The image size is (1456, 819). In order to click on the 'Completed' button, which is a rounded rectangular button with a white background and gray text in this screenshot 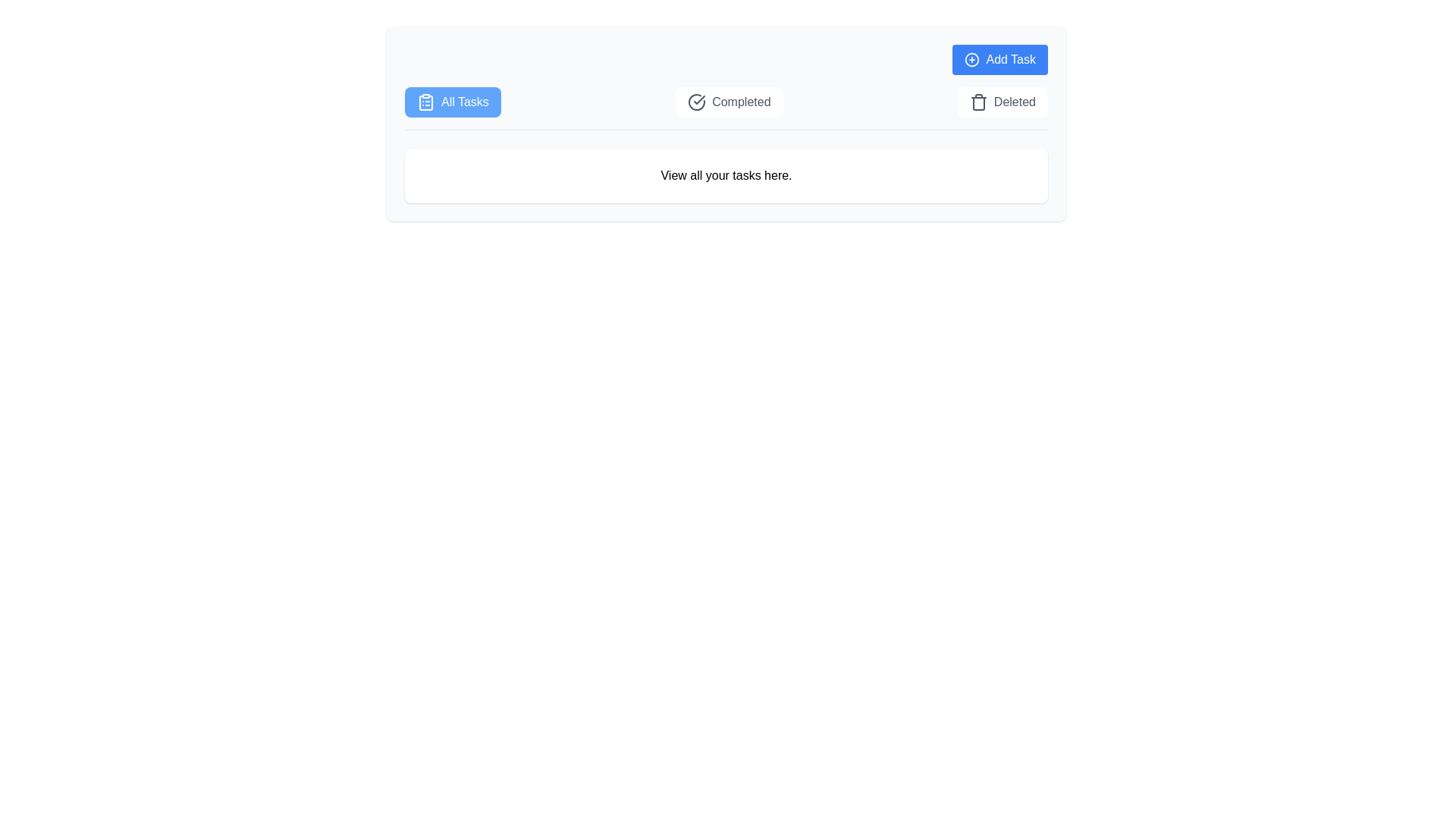, I will do `click(729, 102)`.